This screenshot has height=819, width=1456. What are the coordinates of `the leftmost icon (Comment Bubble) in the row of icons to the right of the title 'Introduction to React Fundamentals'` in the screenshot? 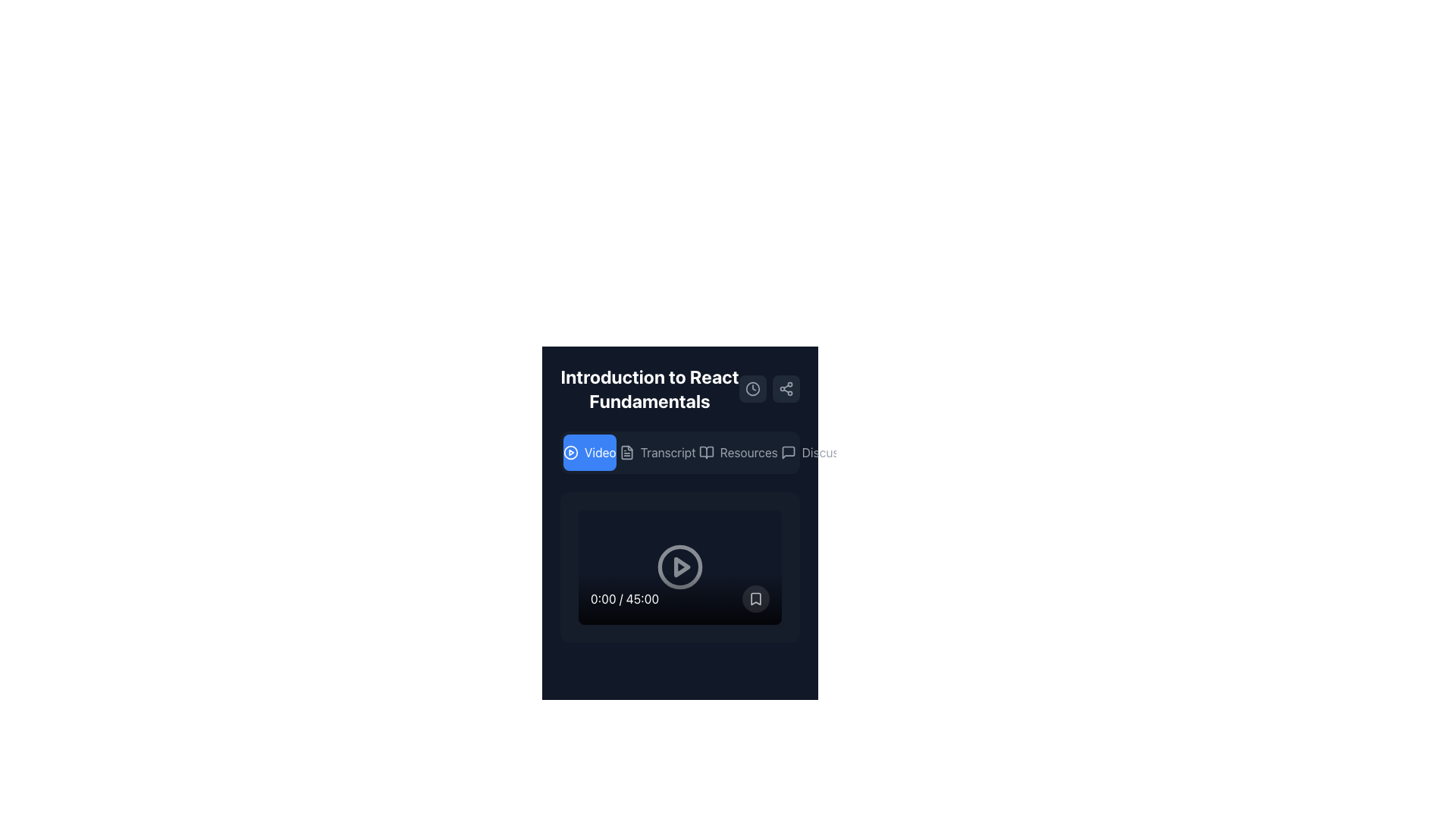 It's located at (788, 452).